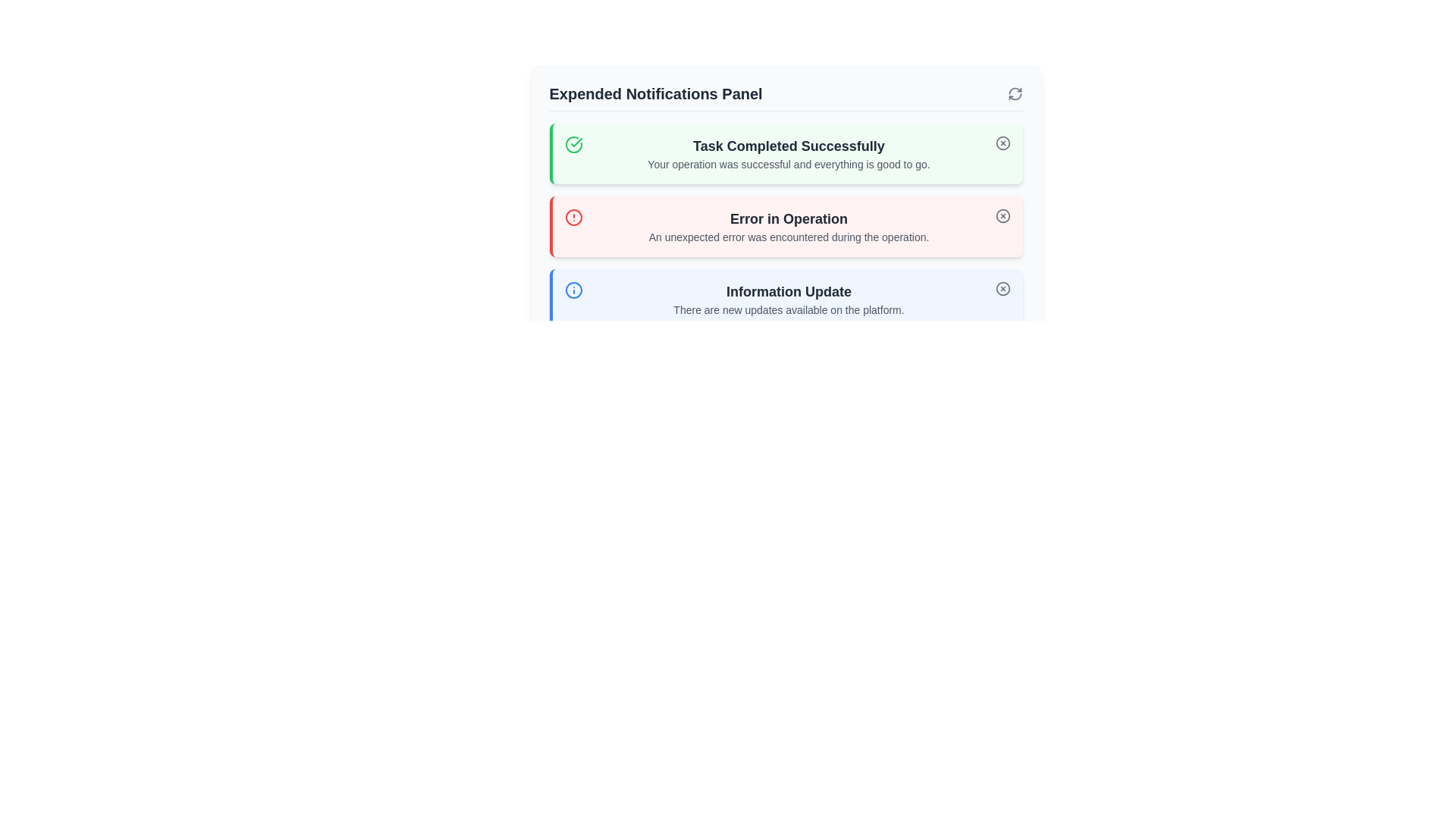  Describe the element at coordinates (786, 227) in the screenshot. I see `the second notification message in the 'Expanded Notifications Panel'` at that location.